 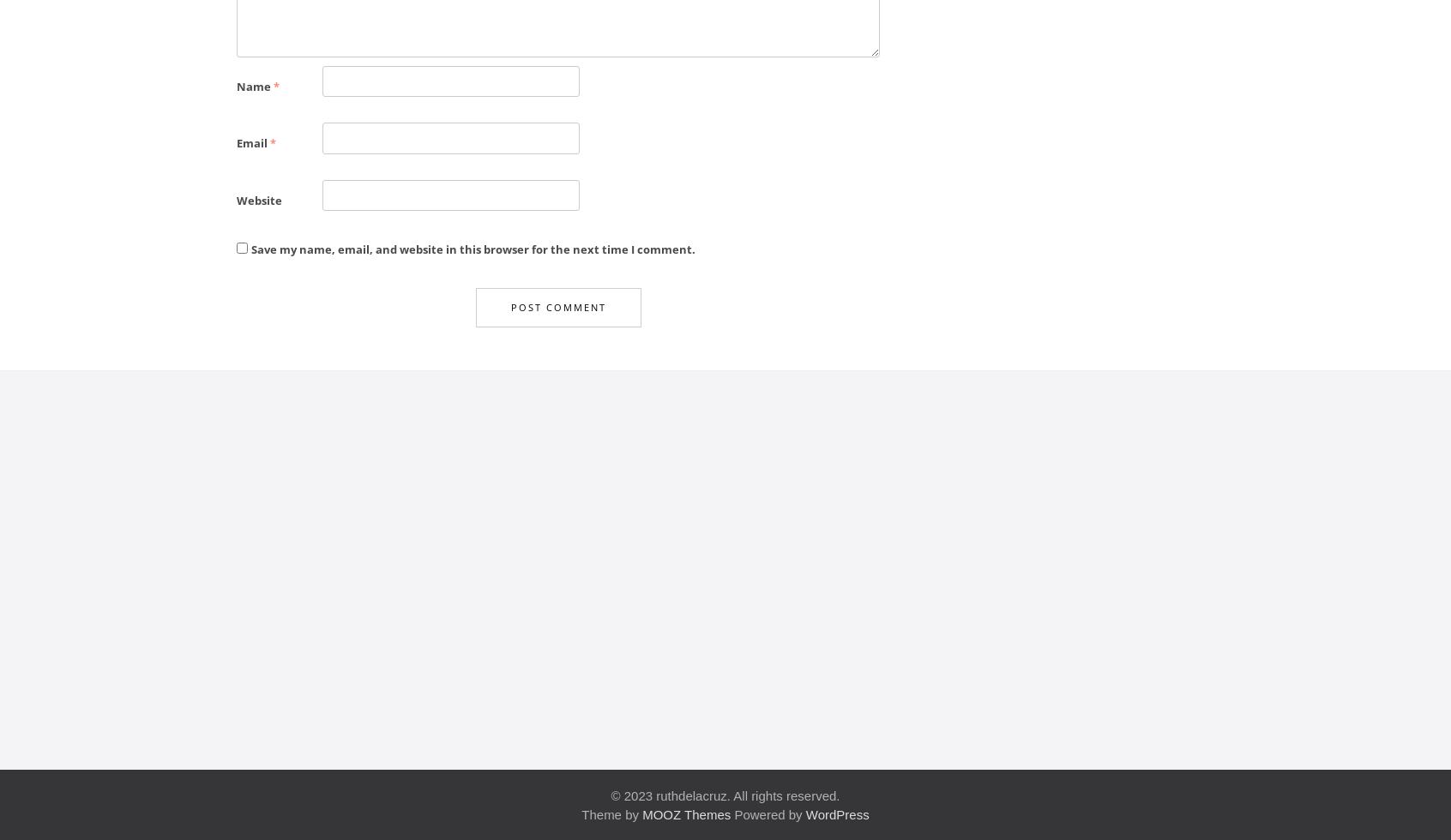 I want to click on 'Name', so click(x=254, y=85).